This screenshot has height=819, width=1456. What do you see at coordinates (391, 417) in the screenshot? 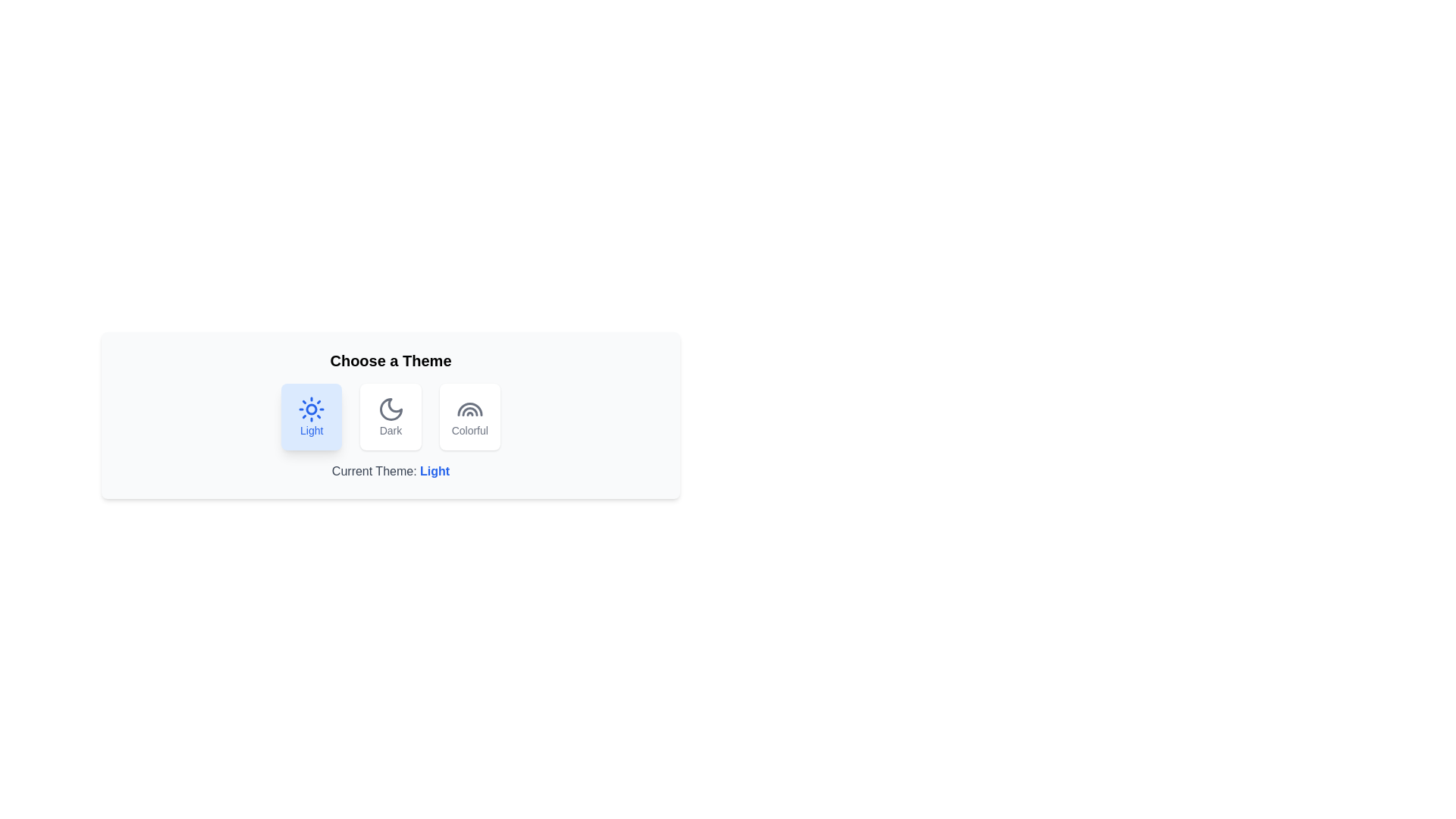
I see `the button corresponding to the theme Dark` at bounding box center [391, 417].